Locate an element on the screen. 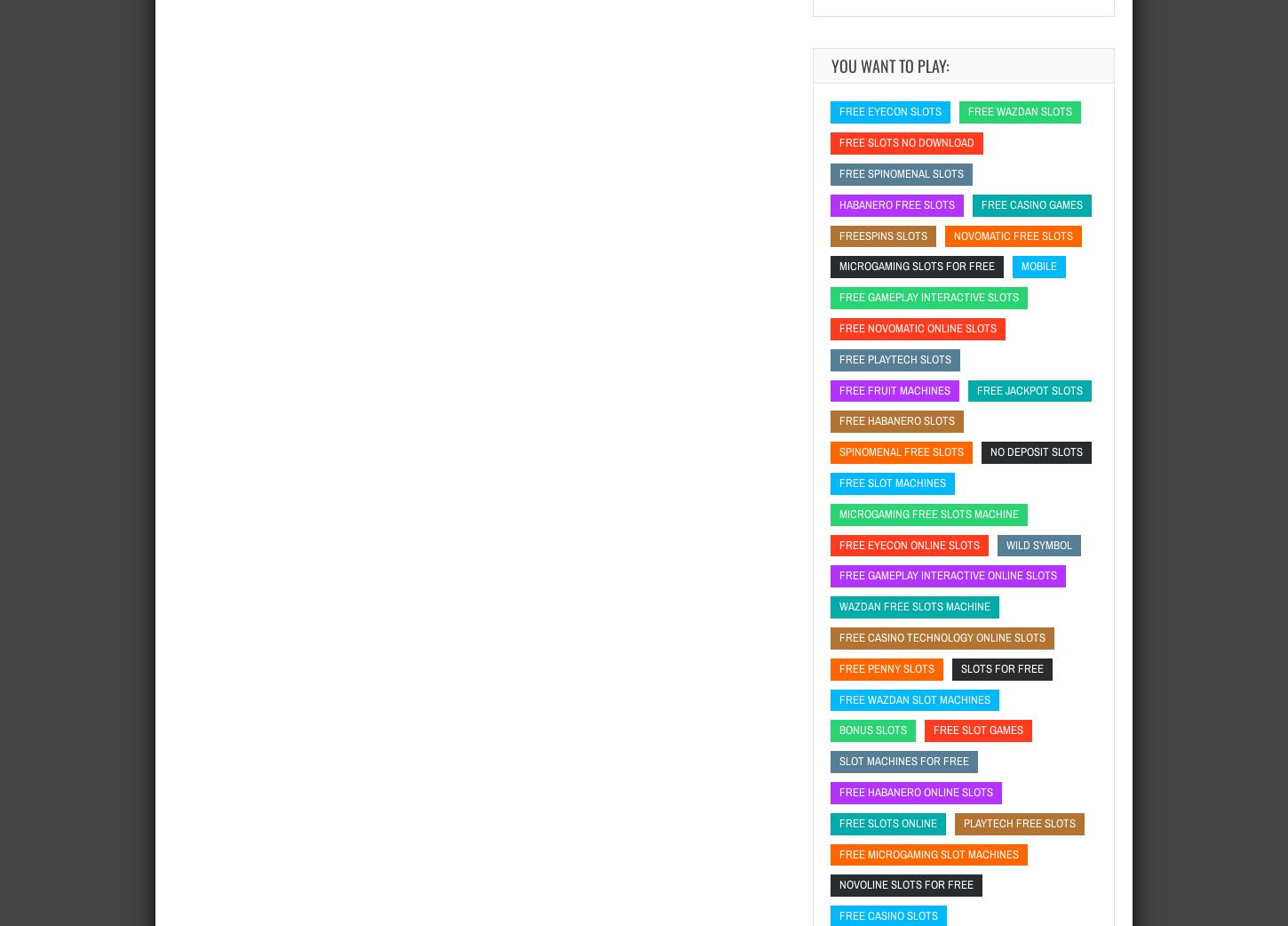 This screenshot has height=926, width=1288. 'Free Novomatic Online Slots' is located at coordinates (918, 326).